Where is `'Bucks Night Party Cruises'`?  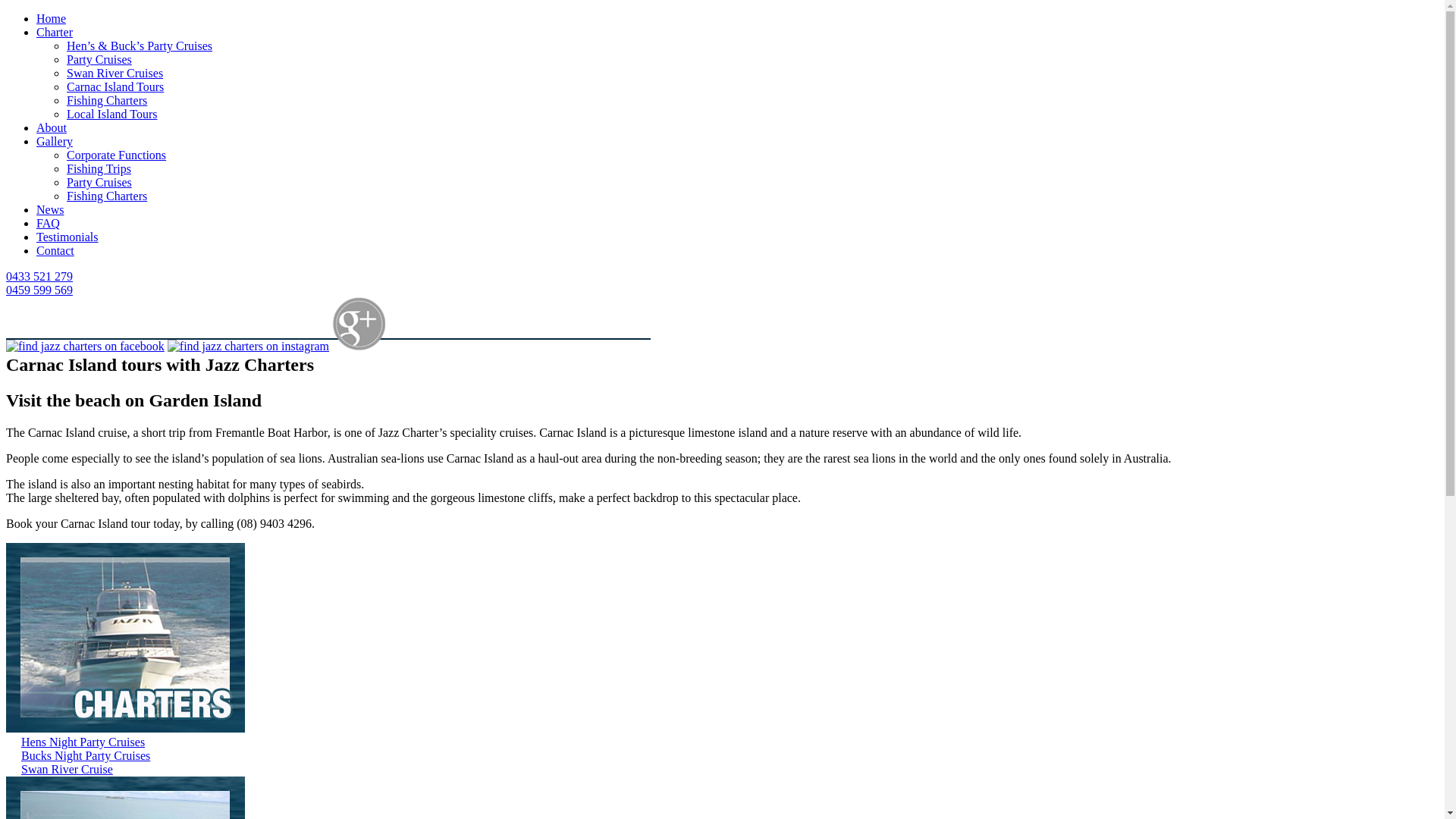 'Bucks Night Party Cruises' is located at coordinates (85, 755).